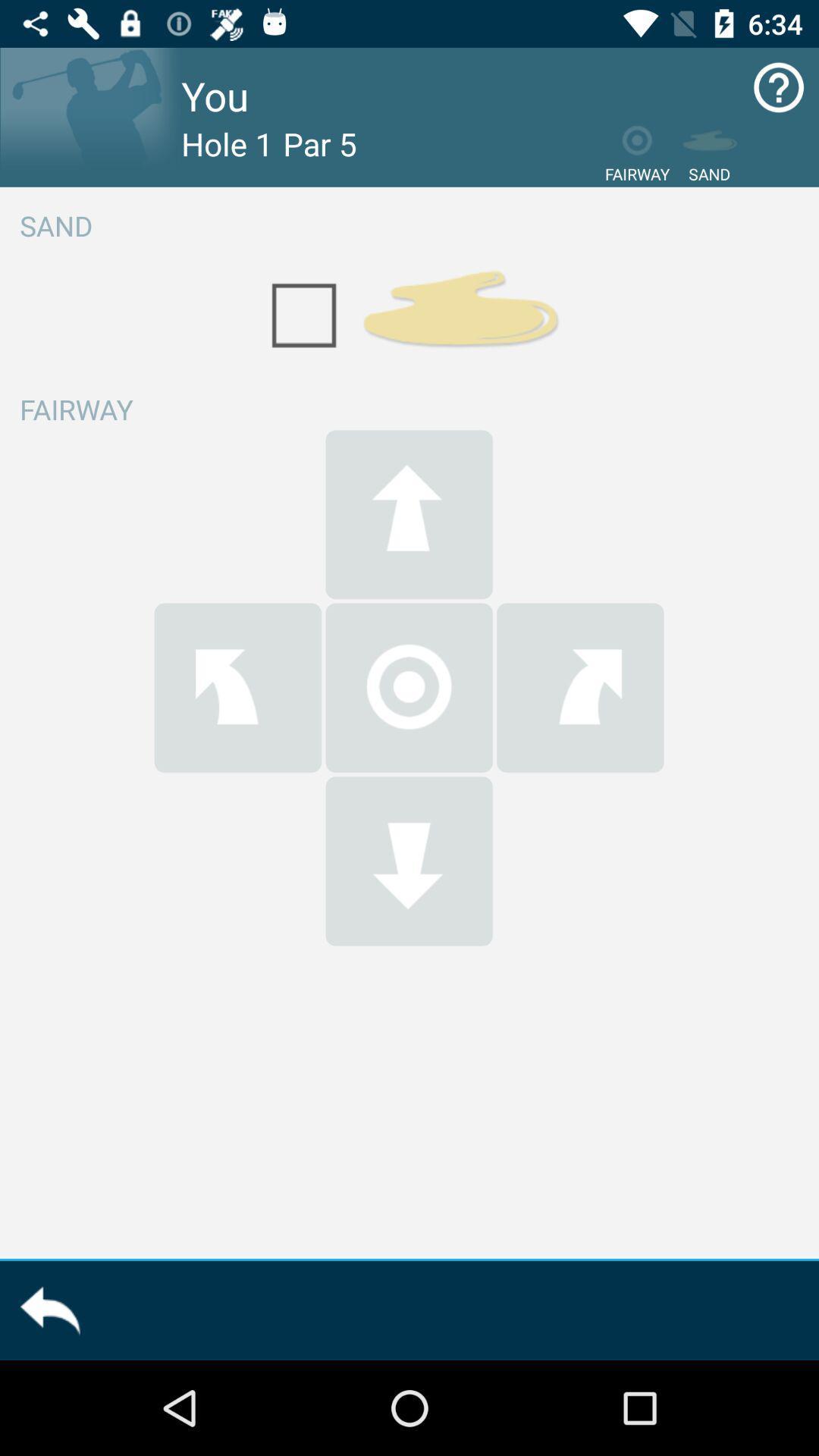 This screenshot has height=1456, width=819. What do you see at coordinates (408, 861) in the screenshot?
I see `move on down` at bounding box center [408, 861].